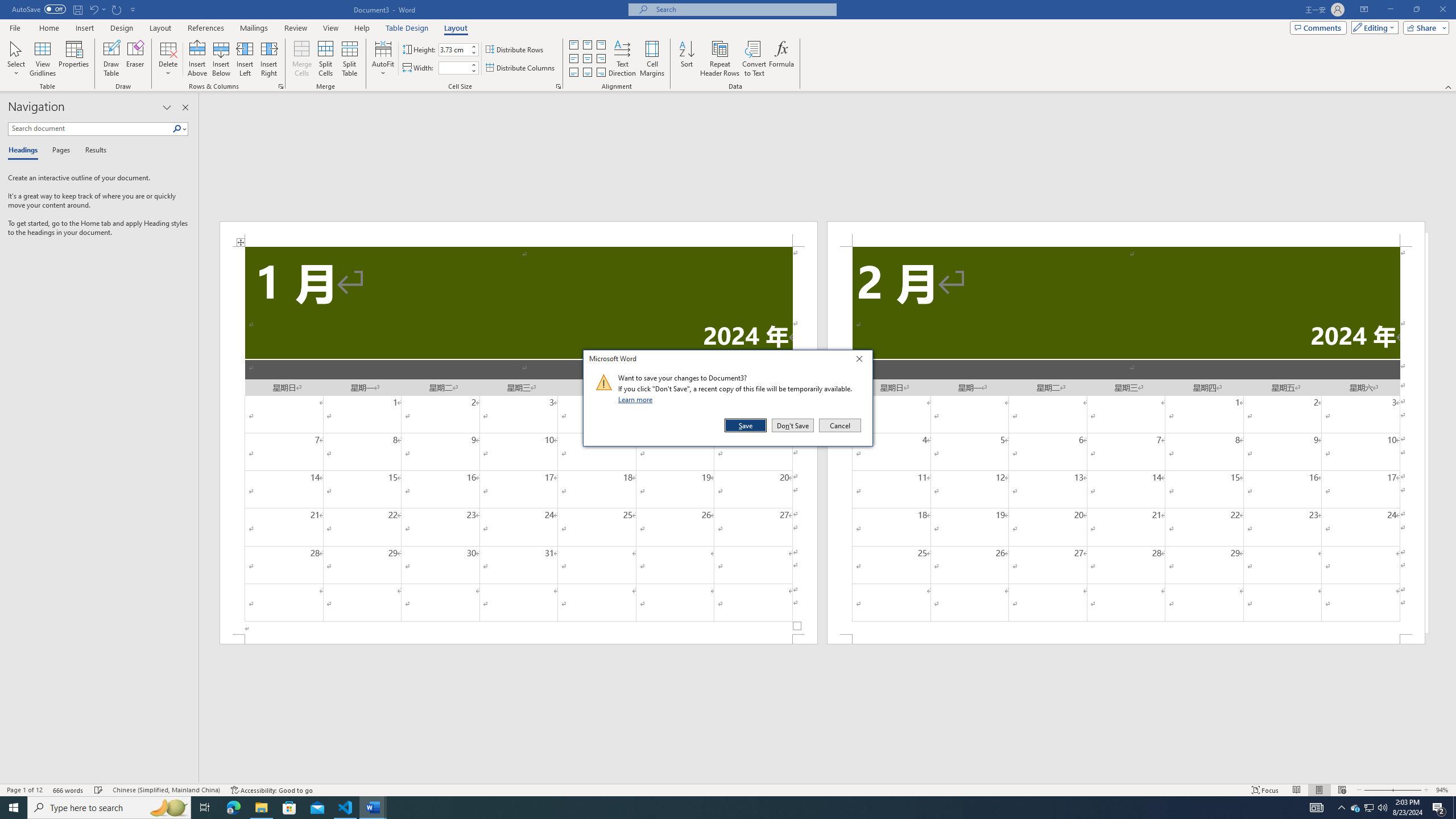 The height and width of the screenshot is (819, 1456). What do you see at coordinates (601, 72) in the screenshot?
I see `'Align Bottom Right'` at bounding box center [601, 72].